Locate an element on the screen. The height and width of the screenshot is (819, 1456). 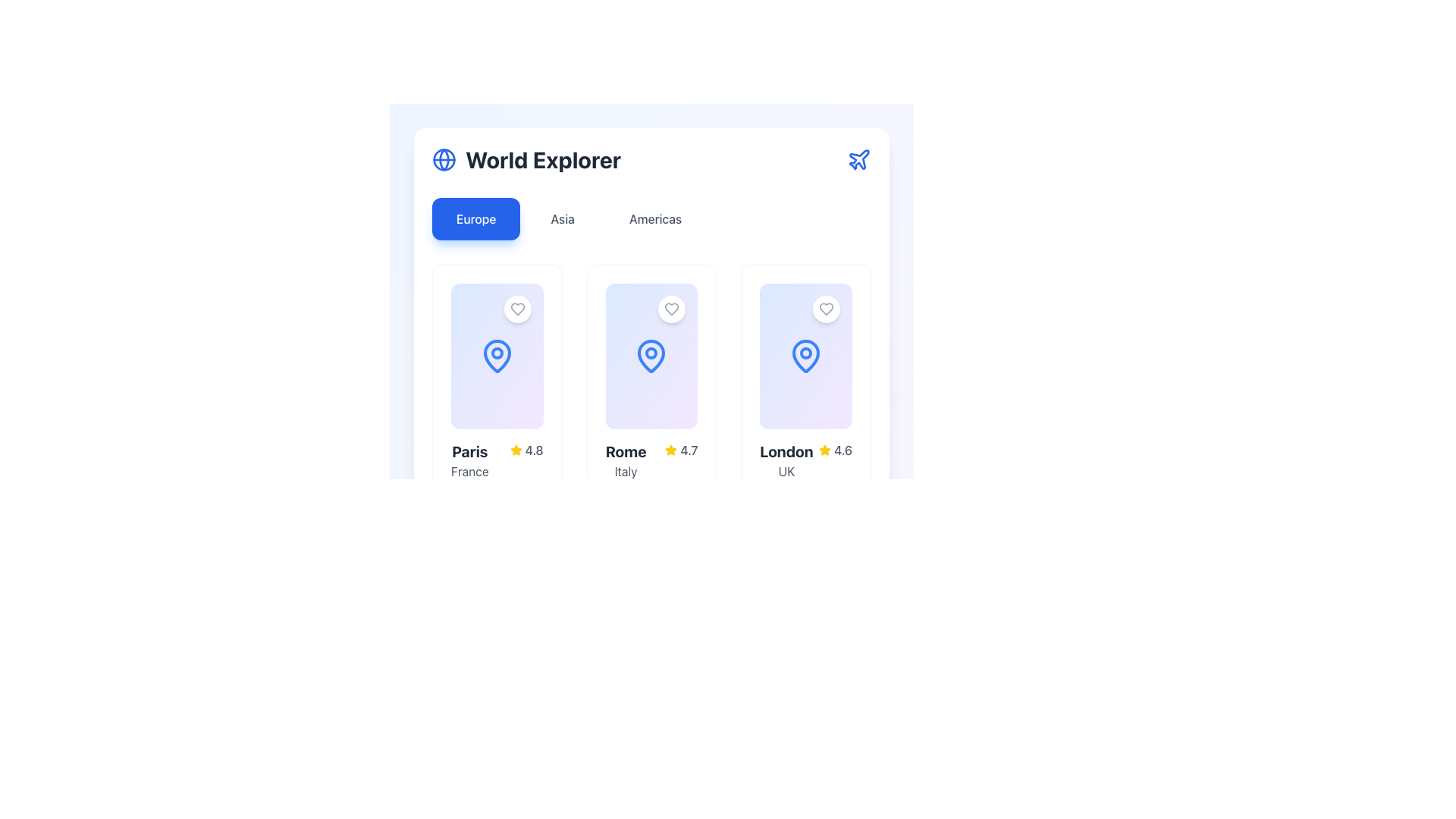
the text label indicating the rating value for 'London, UK', which is located in the third column of location cards and positioned to the right of the yellow star icon is located at coordinates (843, 450).